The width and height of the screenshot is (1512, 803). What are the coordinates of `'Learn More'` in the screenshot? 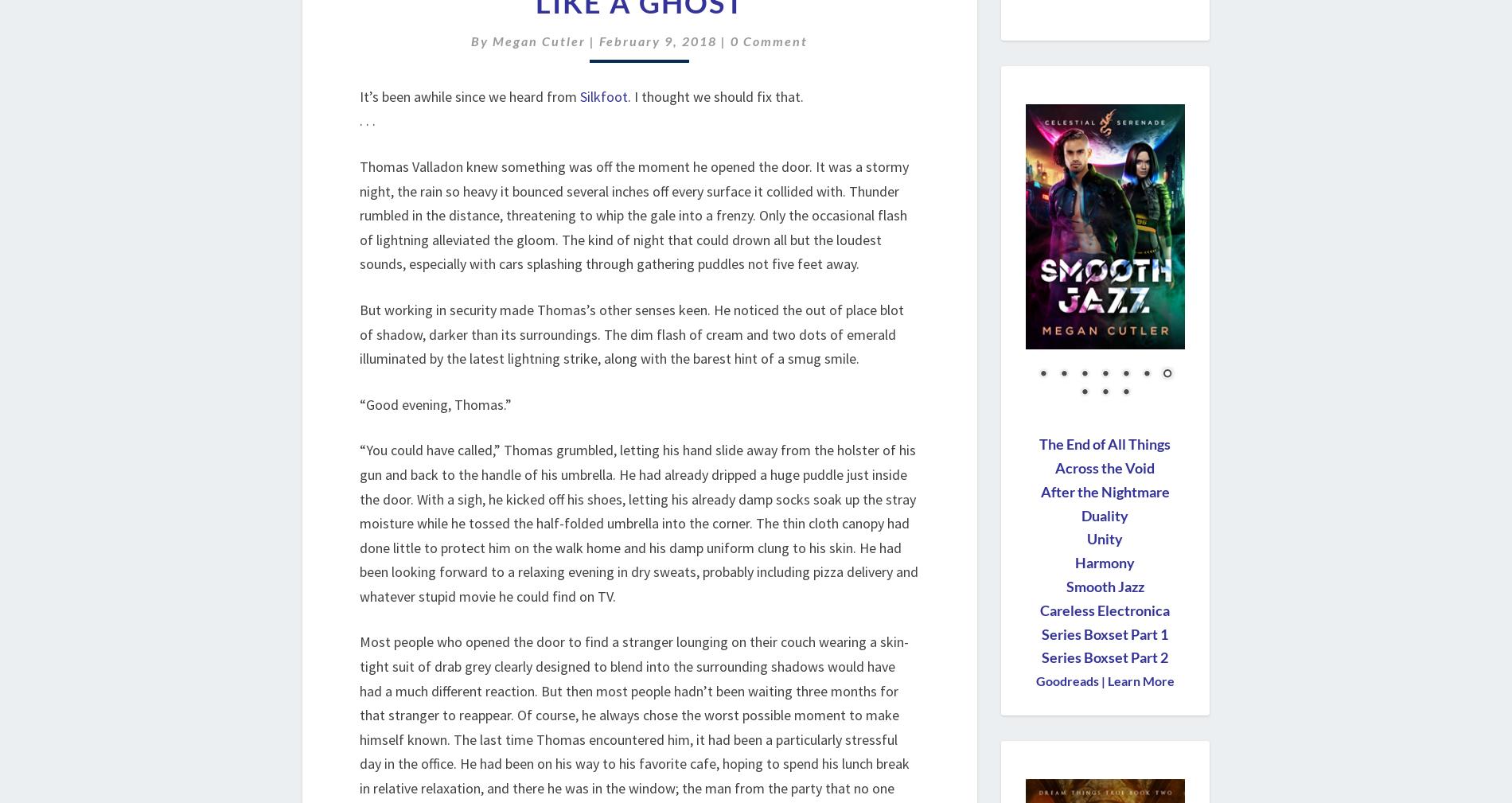 It's located at (1139, 680).